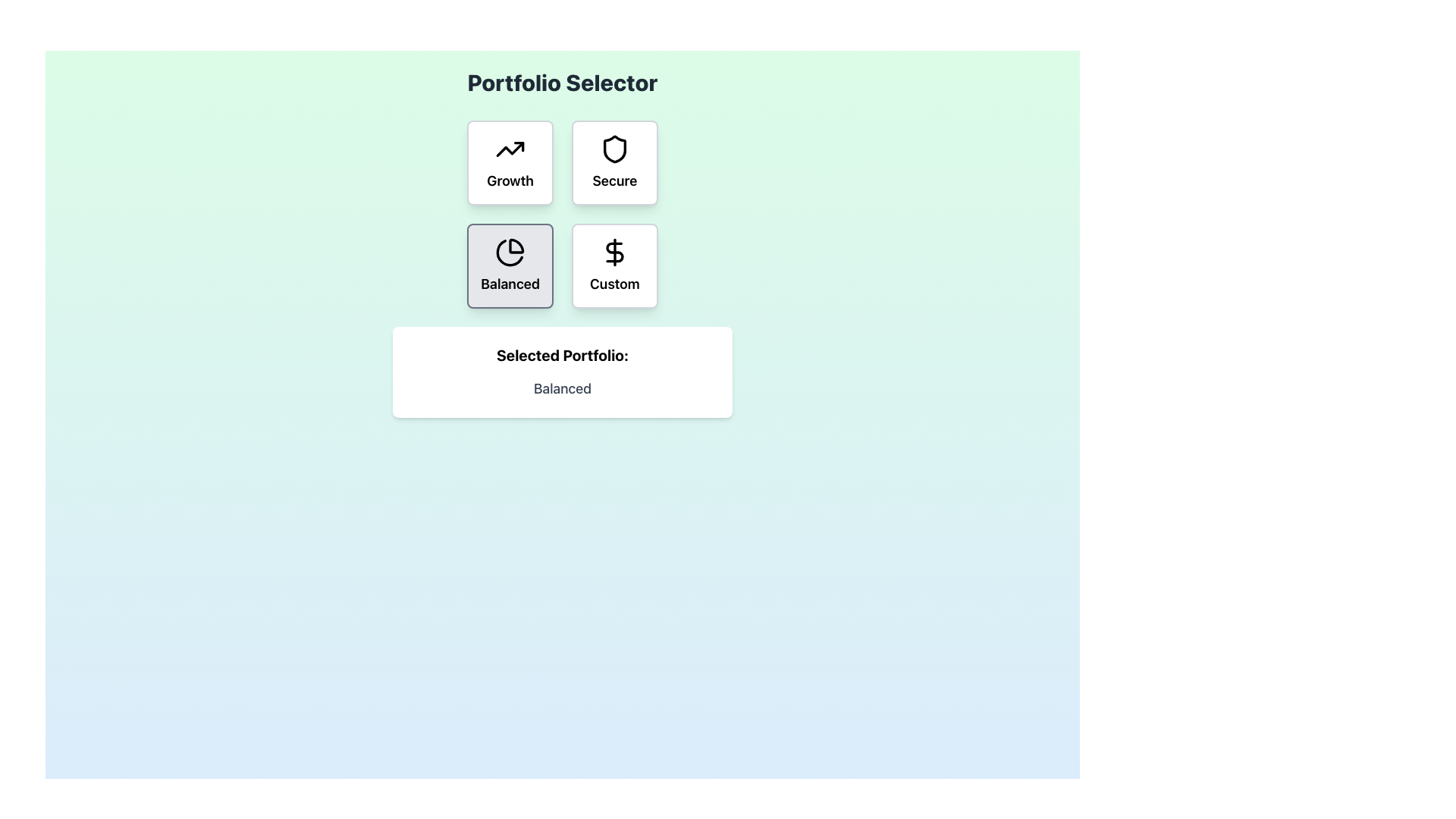 Image resolution: width=1456 pixels, height=819 pixels. I want to click on the decorative icon within the 'Growth' option button of the 'Portfolio Selector' section, so click(510, 149).